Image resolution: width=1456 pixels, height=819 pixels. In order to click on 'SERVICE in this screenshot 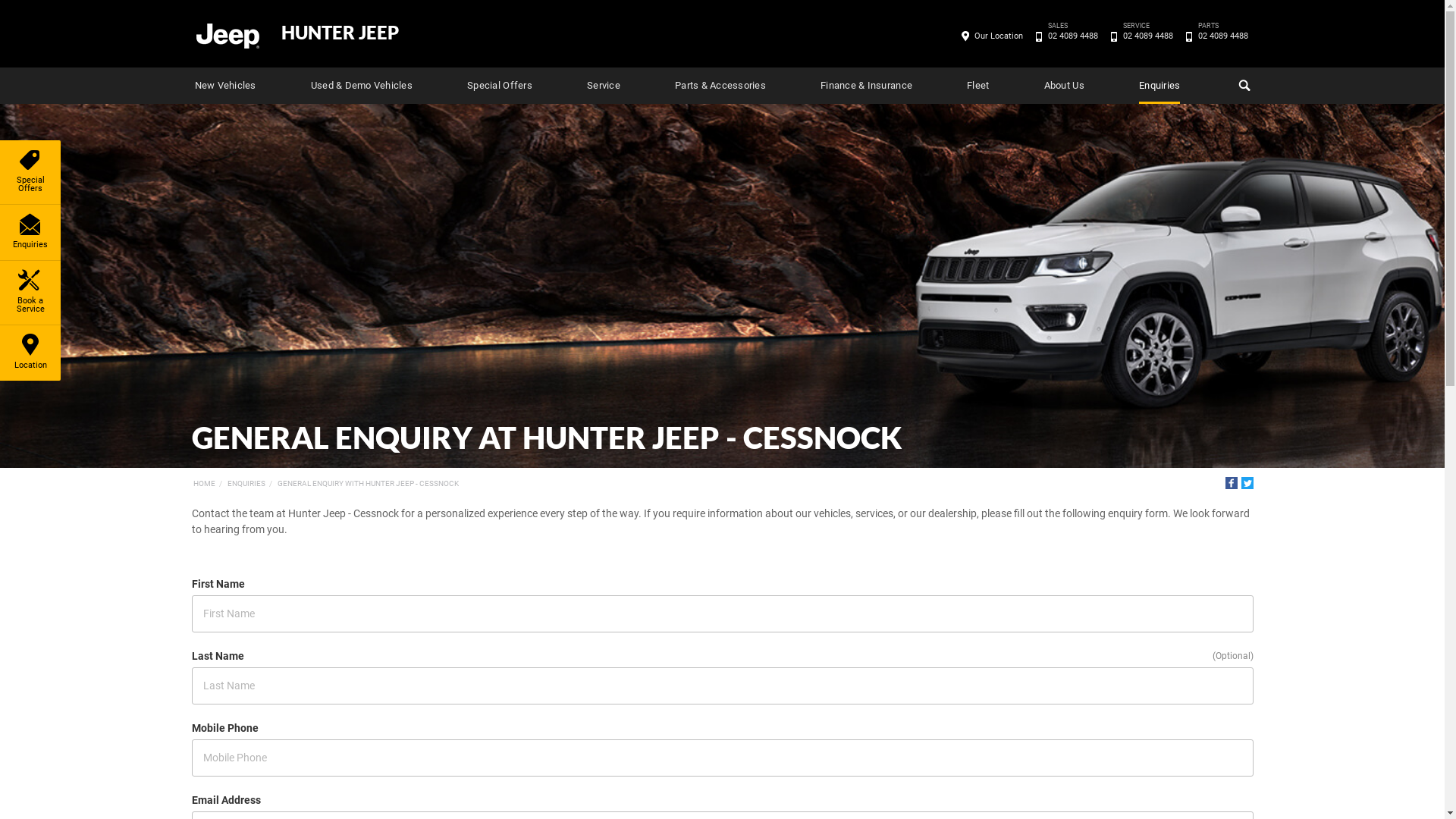, I will do `click(1147, 35)`.